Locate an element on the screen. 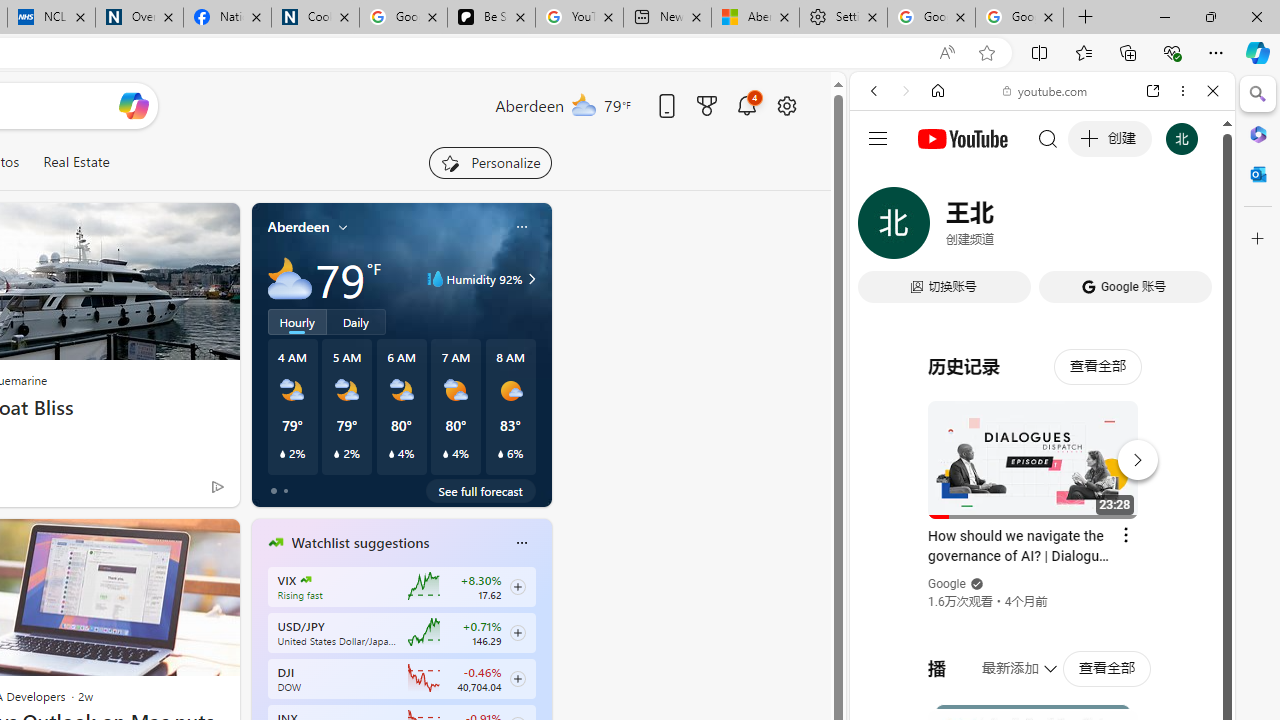 Image resolution: width=1280 pixels, height=720 pixels. 'Show More Music' is located at coordinates (1164, 546).